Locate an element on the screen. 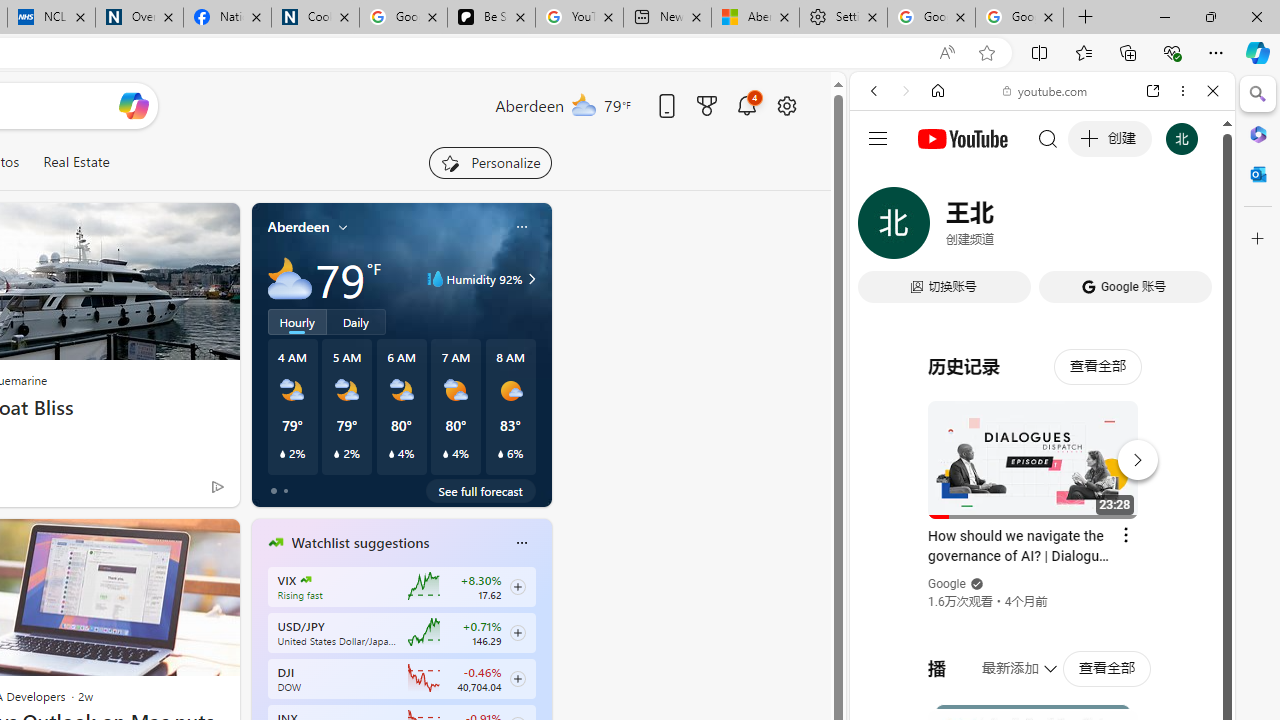 Image resolution: width=1280 pixels, height=720 pixels. 'Show More Music' is located at coordinates (1164, 546).